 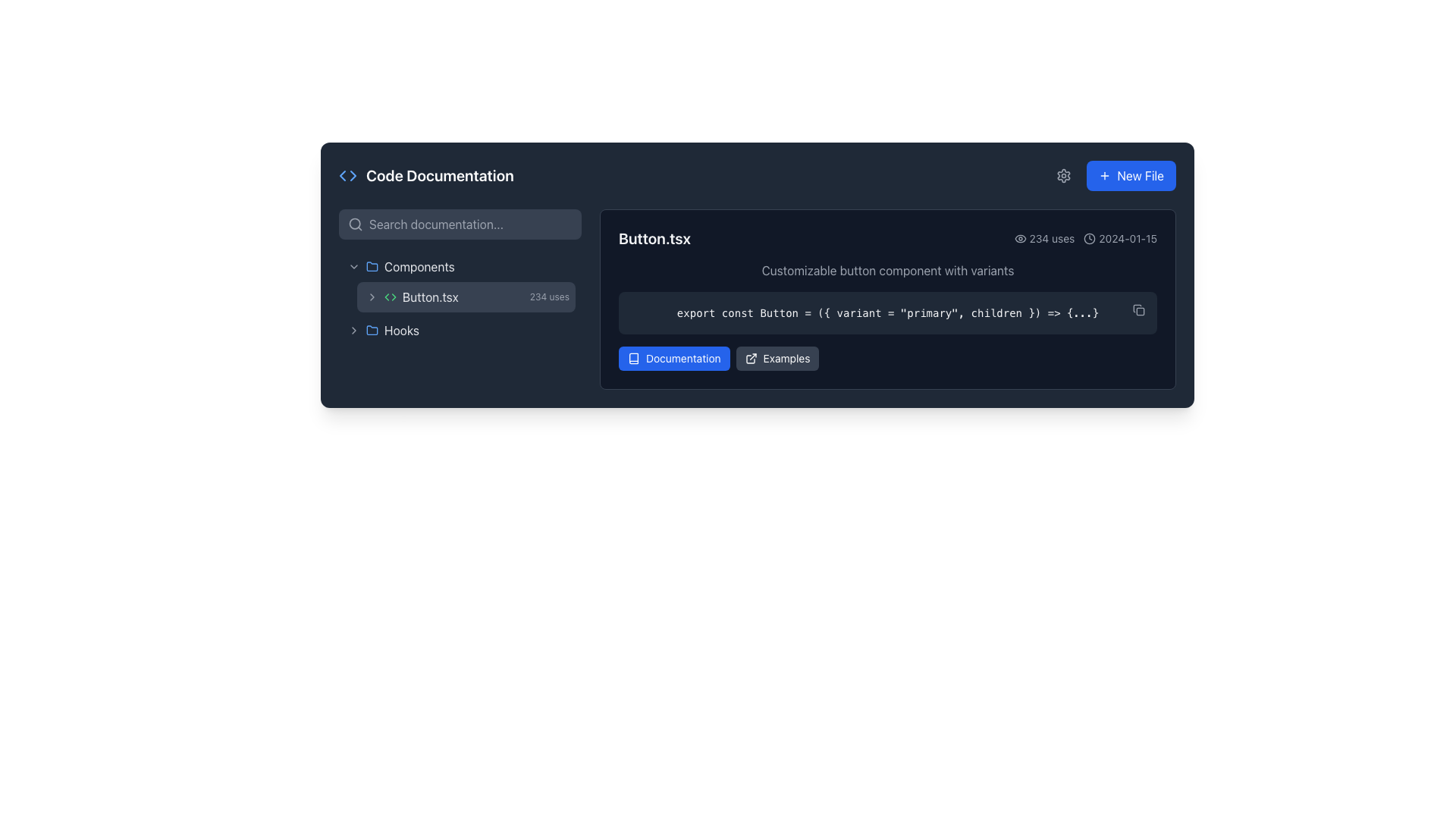 I want to click on the settings icon button located in the upper-right corner of the dark-themed interface to observe the visual change in the background, so click(x=1063, y=174).